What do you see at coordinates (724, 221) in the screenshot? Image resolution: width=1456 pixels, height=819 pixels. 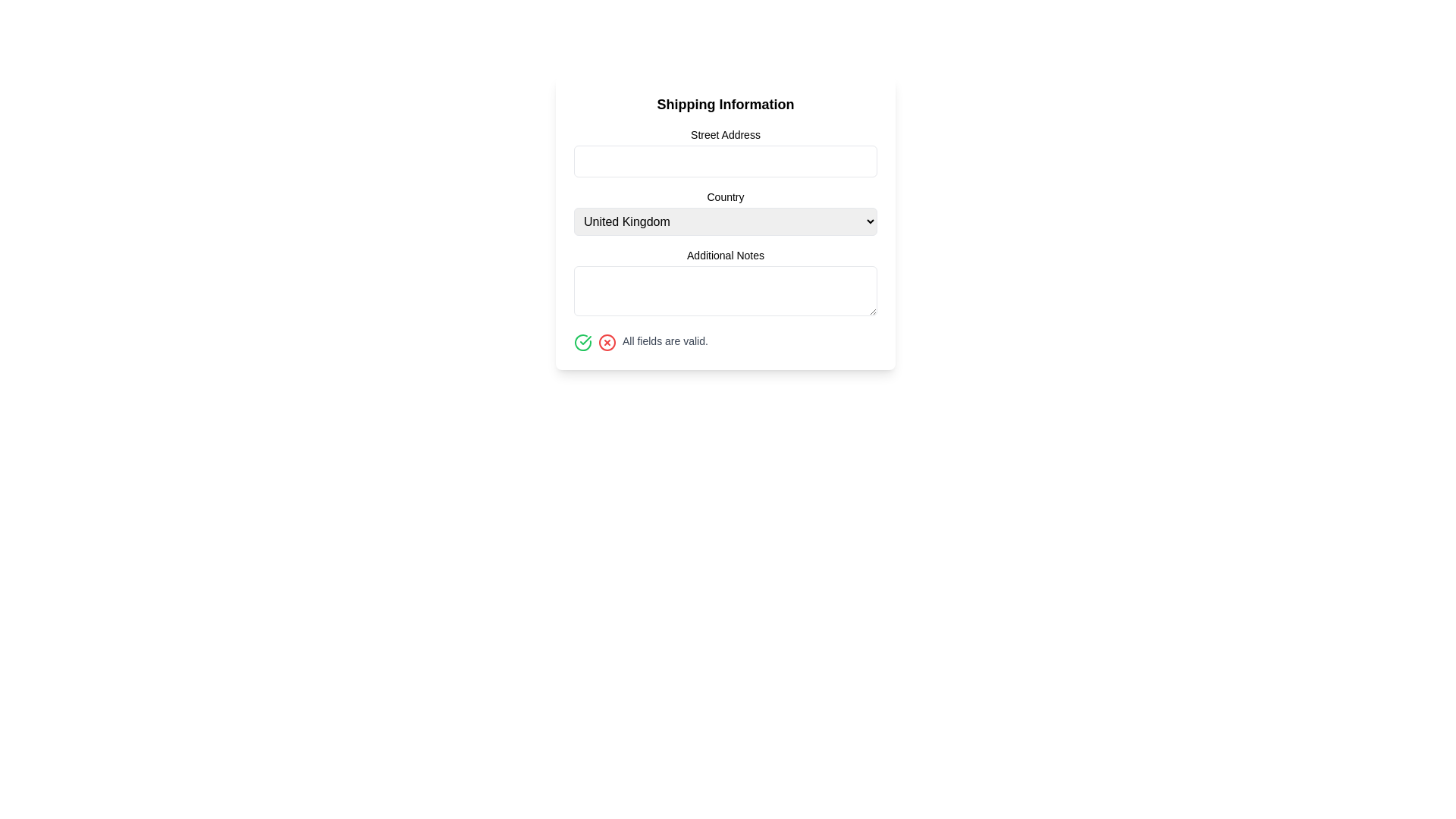 I see `the dropdown menu displaying 'United Kingdom'` at bounding box center [724, 221].